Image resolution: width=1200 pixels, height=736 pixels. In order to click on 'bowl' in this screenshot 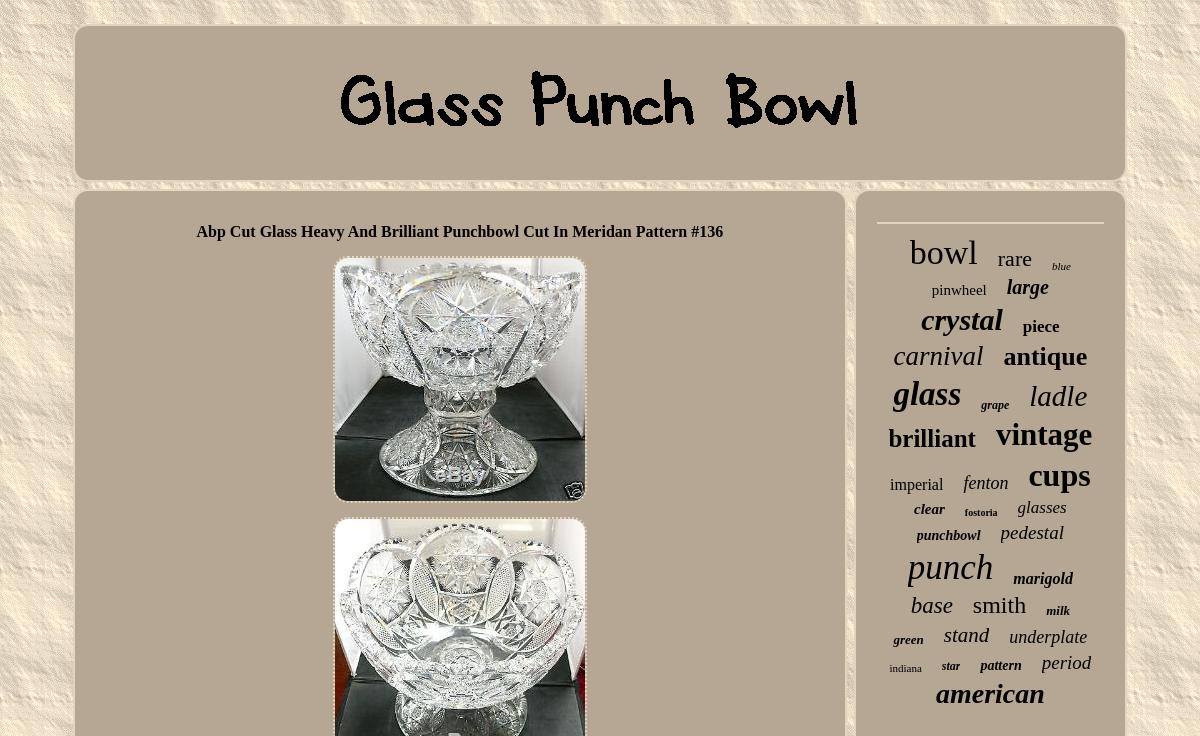, I will do `click(942, 252)`.